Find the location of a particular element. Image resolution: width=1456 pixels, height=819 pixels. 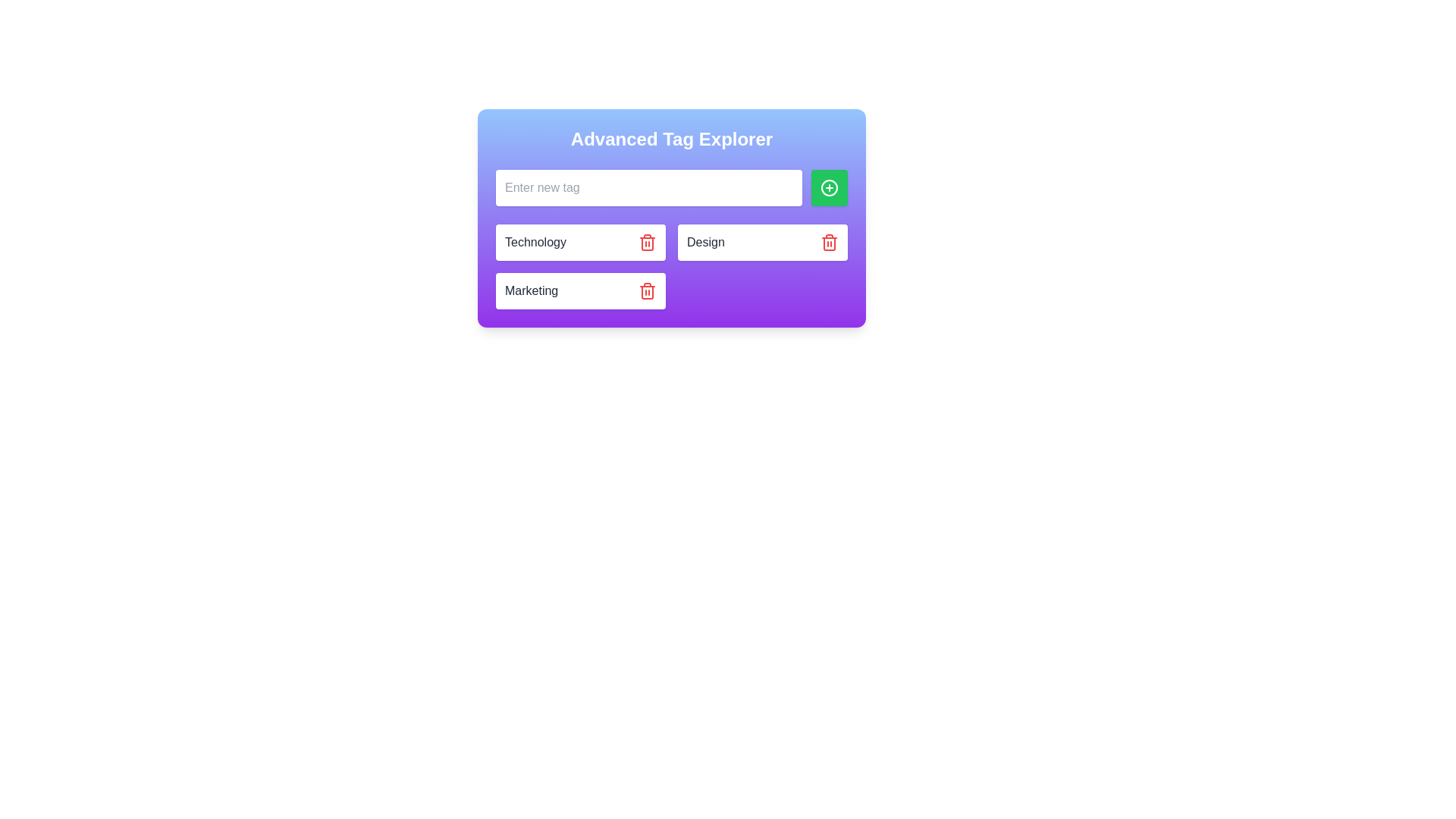

the button located at the far right of the header section, which is used to add a new tag or confirm input in the 'Enter new tag' text field is located at coordinates (829, 187).